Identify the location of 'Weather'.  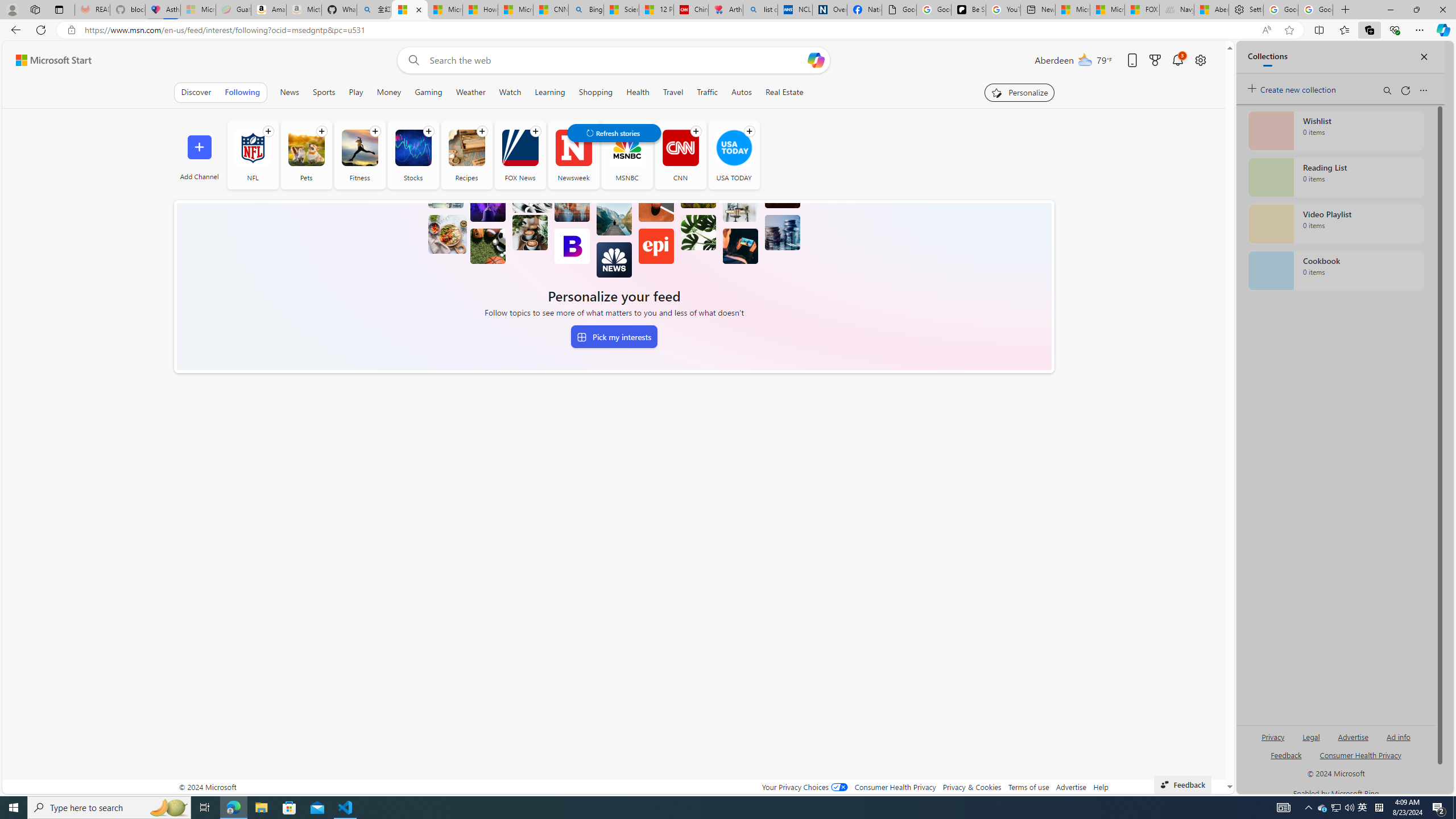
(470, 92).